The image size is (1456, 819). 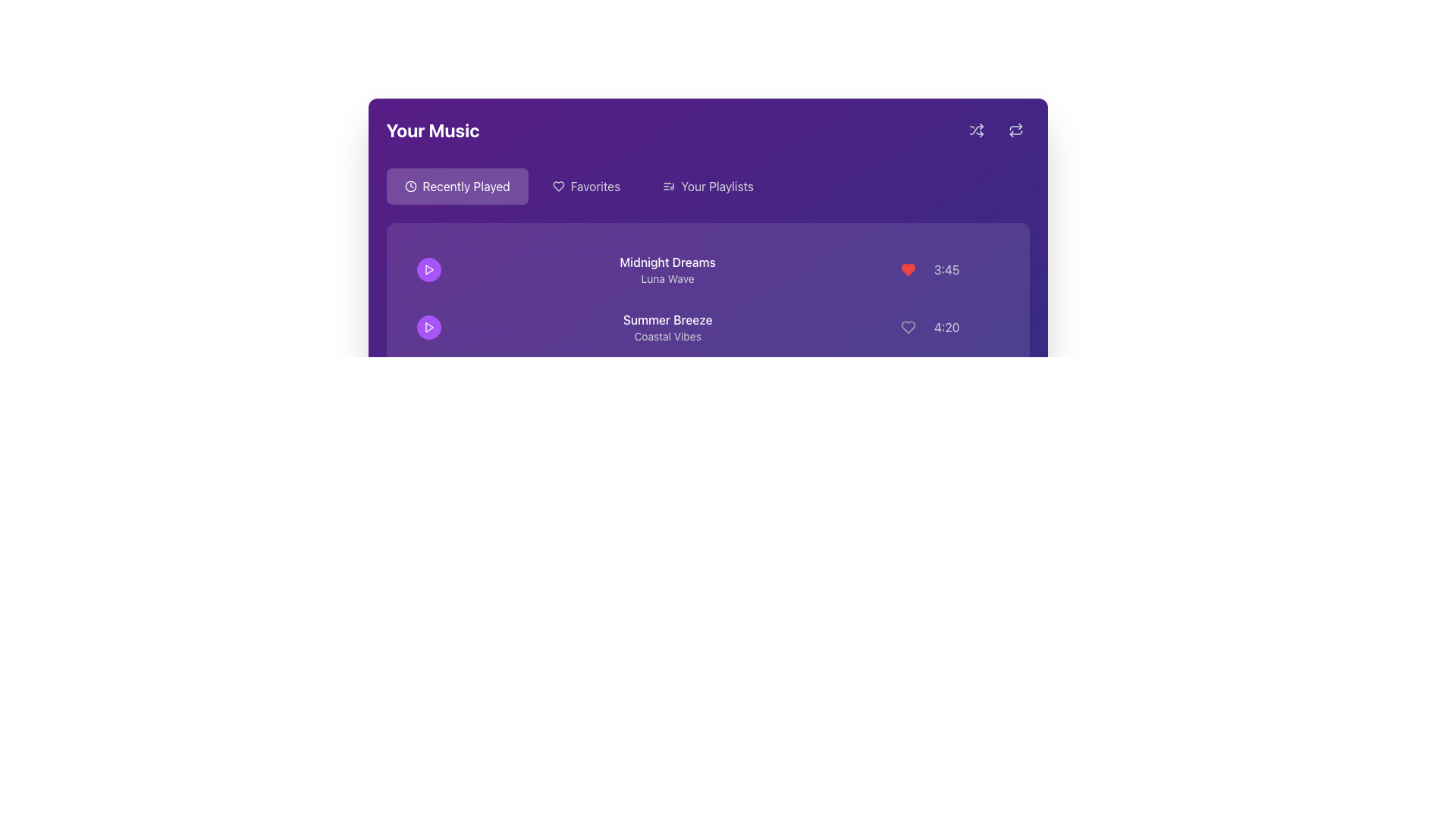 I want to click on the text label displaying 'Luna Wave,' which is positioned below the larger text 'Midnight Dreams.', so click(x=667, y=278).